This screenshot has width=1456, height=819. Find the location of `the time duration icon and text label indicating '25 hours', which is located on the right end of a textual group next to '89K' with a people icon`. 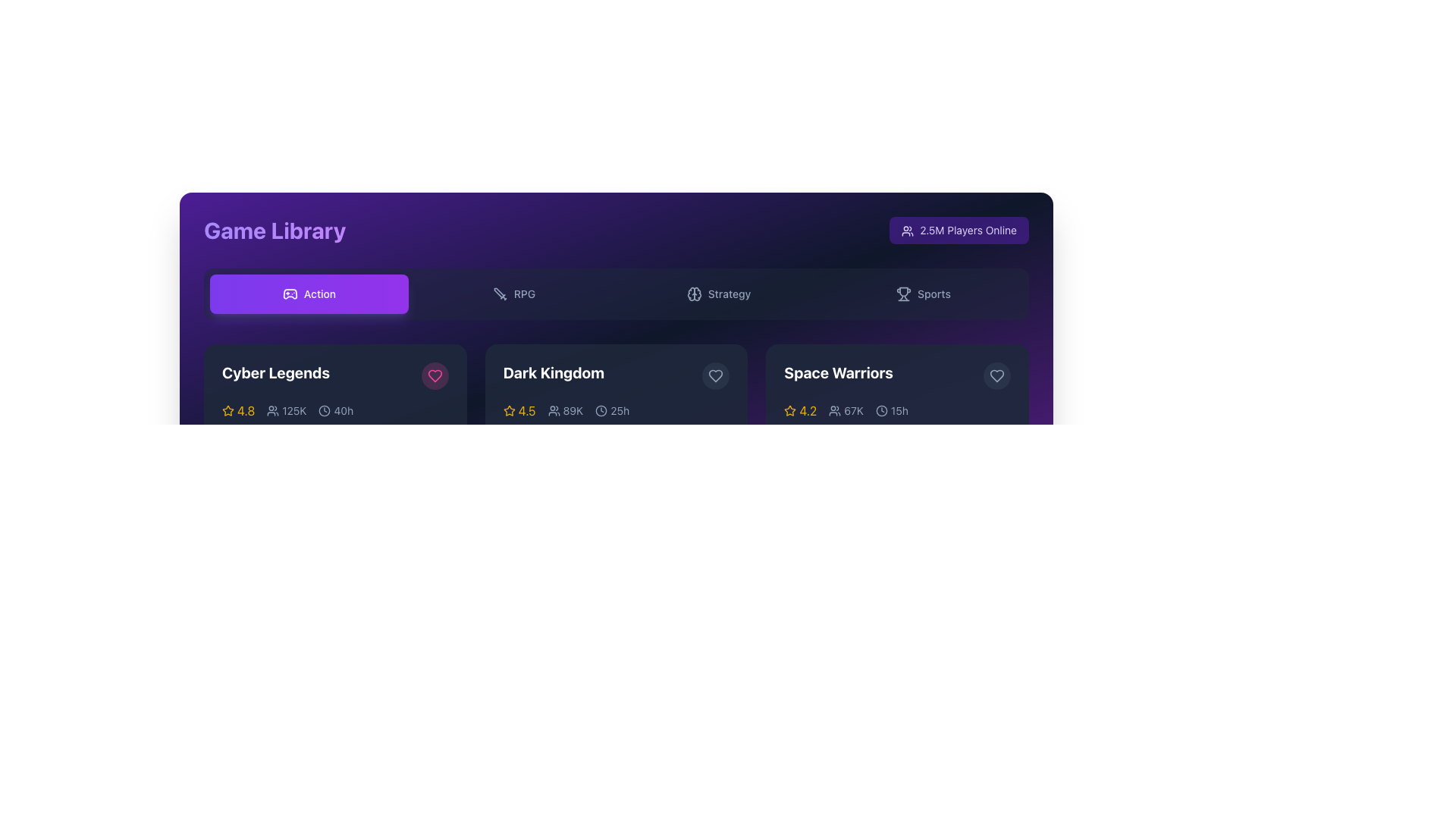

the time duration icon and text label indicating '25 hours', which is located on the right end of a textual group next to '89K' with a people icon is located at coordinates (612, 411).